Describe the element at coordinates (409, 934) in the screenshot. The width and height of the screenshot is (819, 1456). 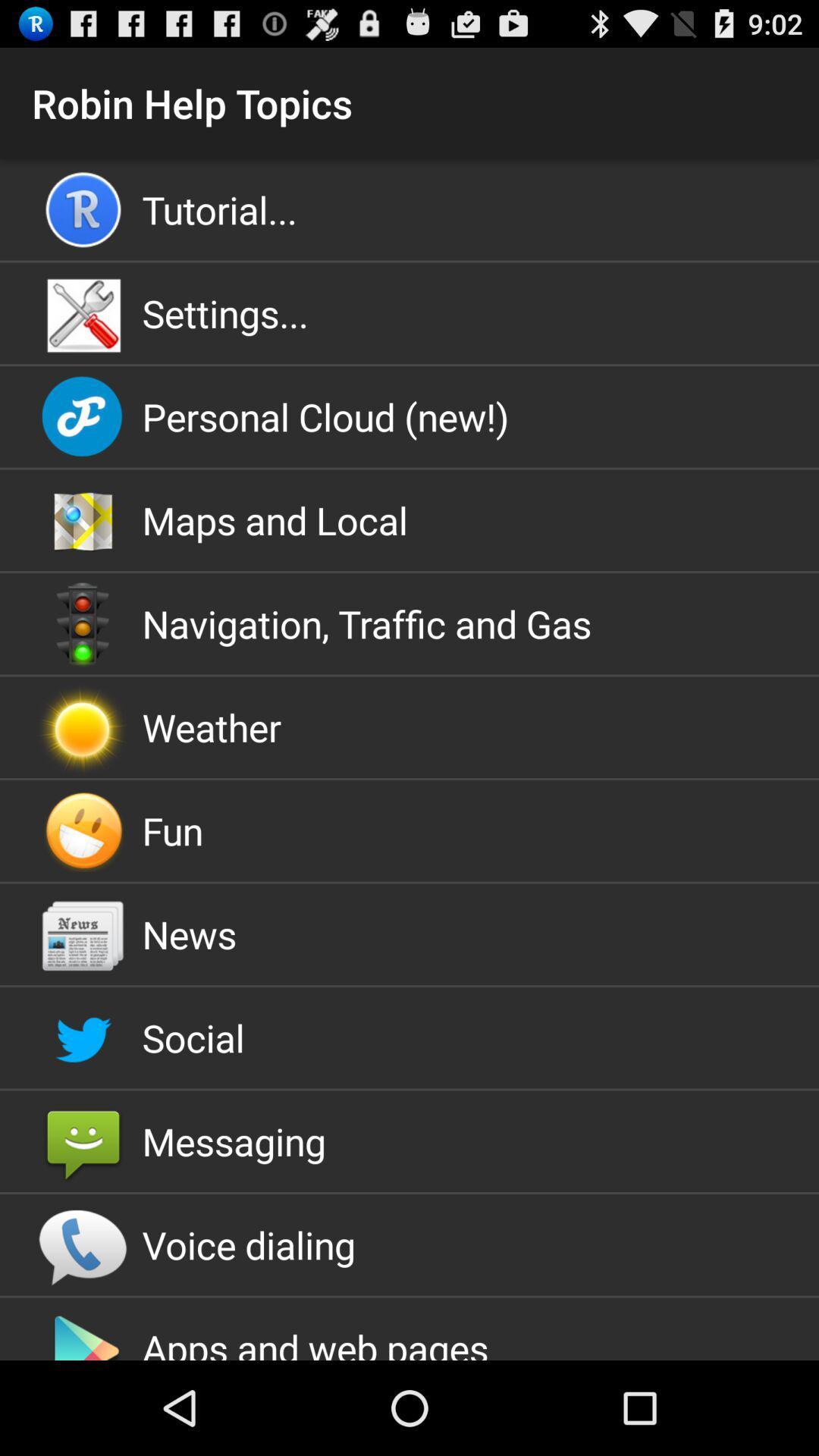
I see `the  news` at that location.